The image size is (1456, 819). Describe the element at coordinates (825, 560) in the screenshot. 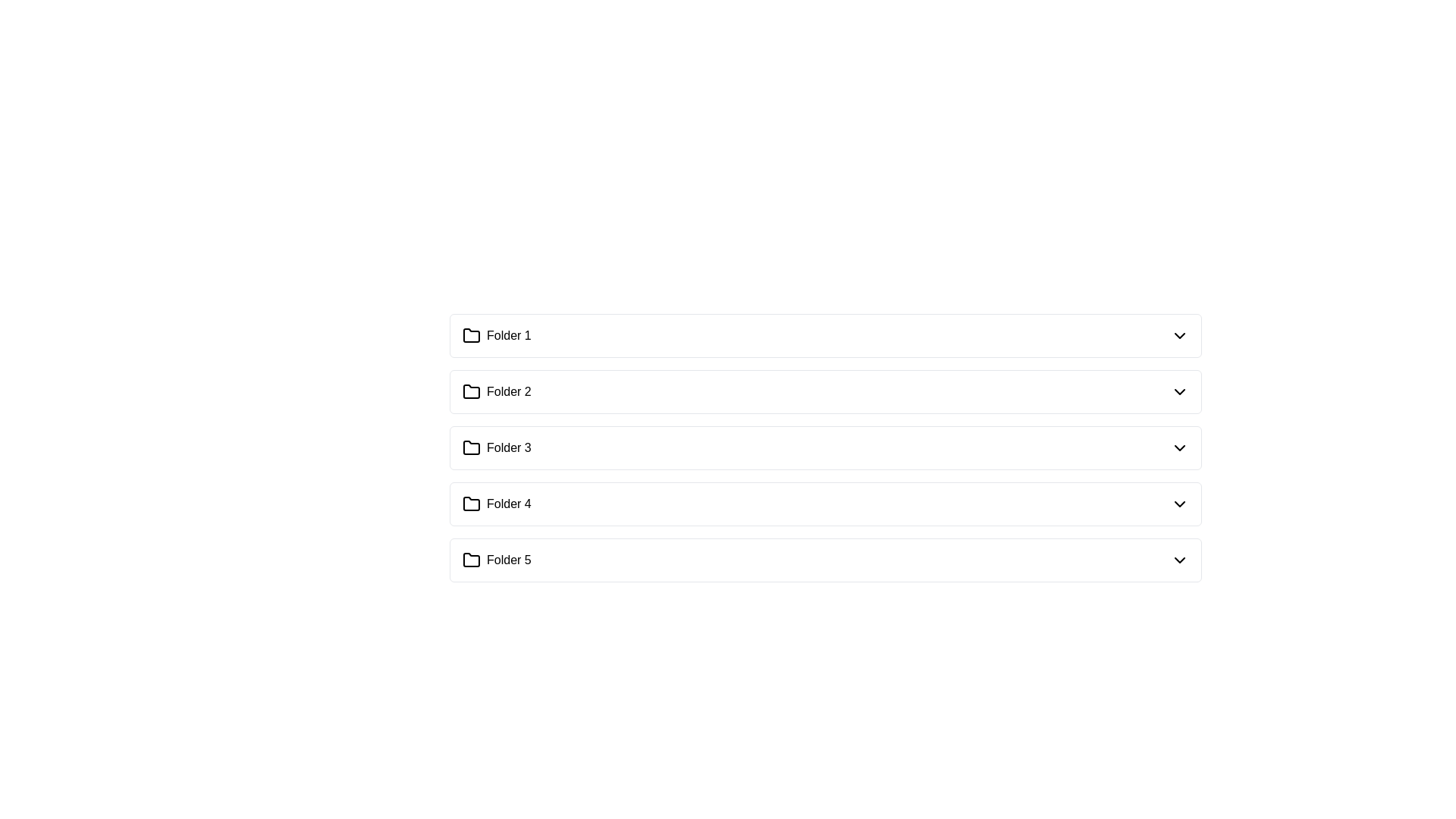

I see `the fifth folder item in the vertical list` at that location.